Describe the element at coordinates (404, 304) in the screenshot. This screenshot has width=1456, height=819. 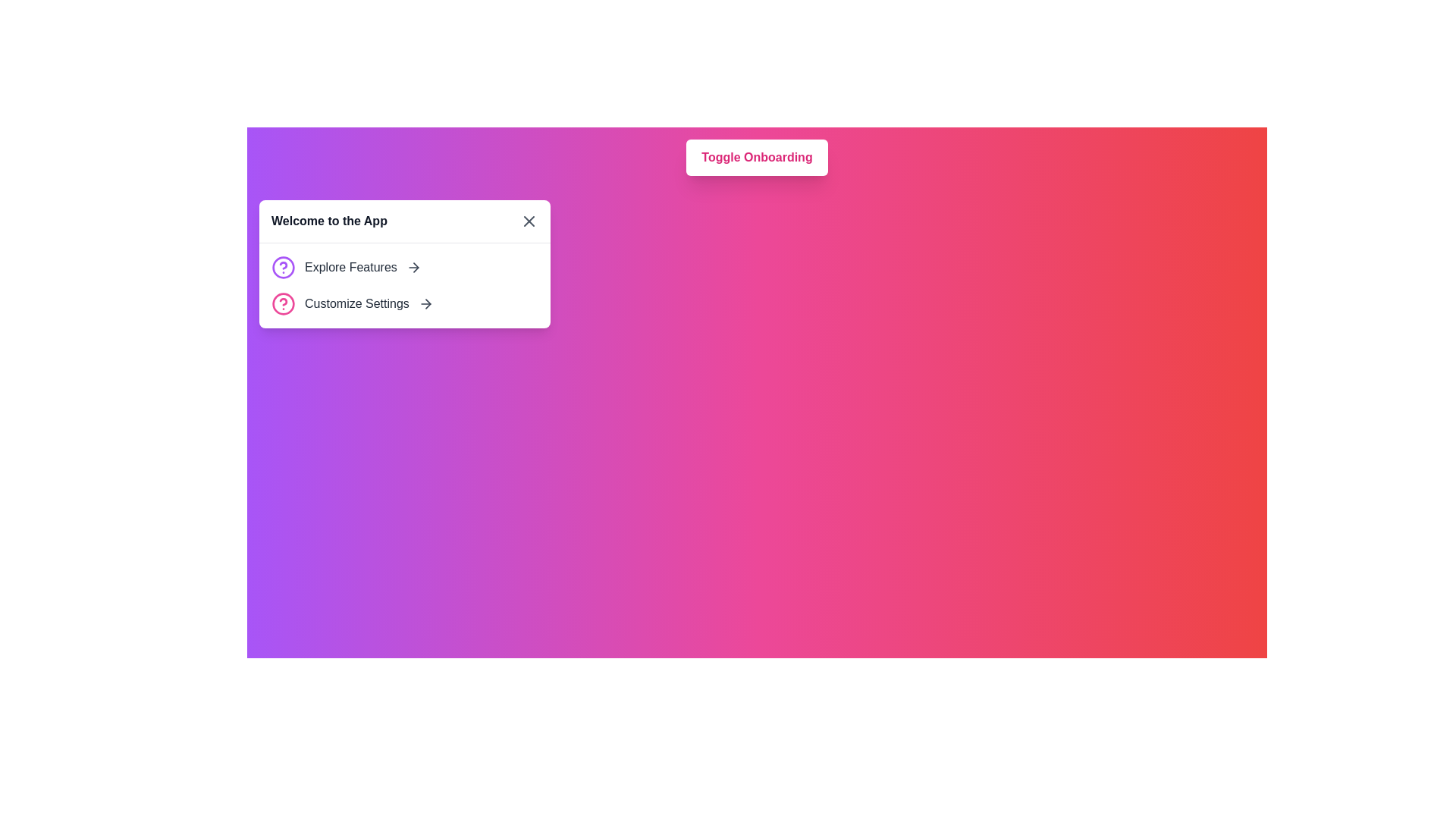
I see `the arrow icon of the 'Customize Settings' list item to navigate` at that location.